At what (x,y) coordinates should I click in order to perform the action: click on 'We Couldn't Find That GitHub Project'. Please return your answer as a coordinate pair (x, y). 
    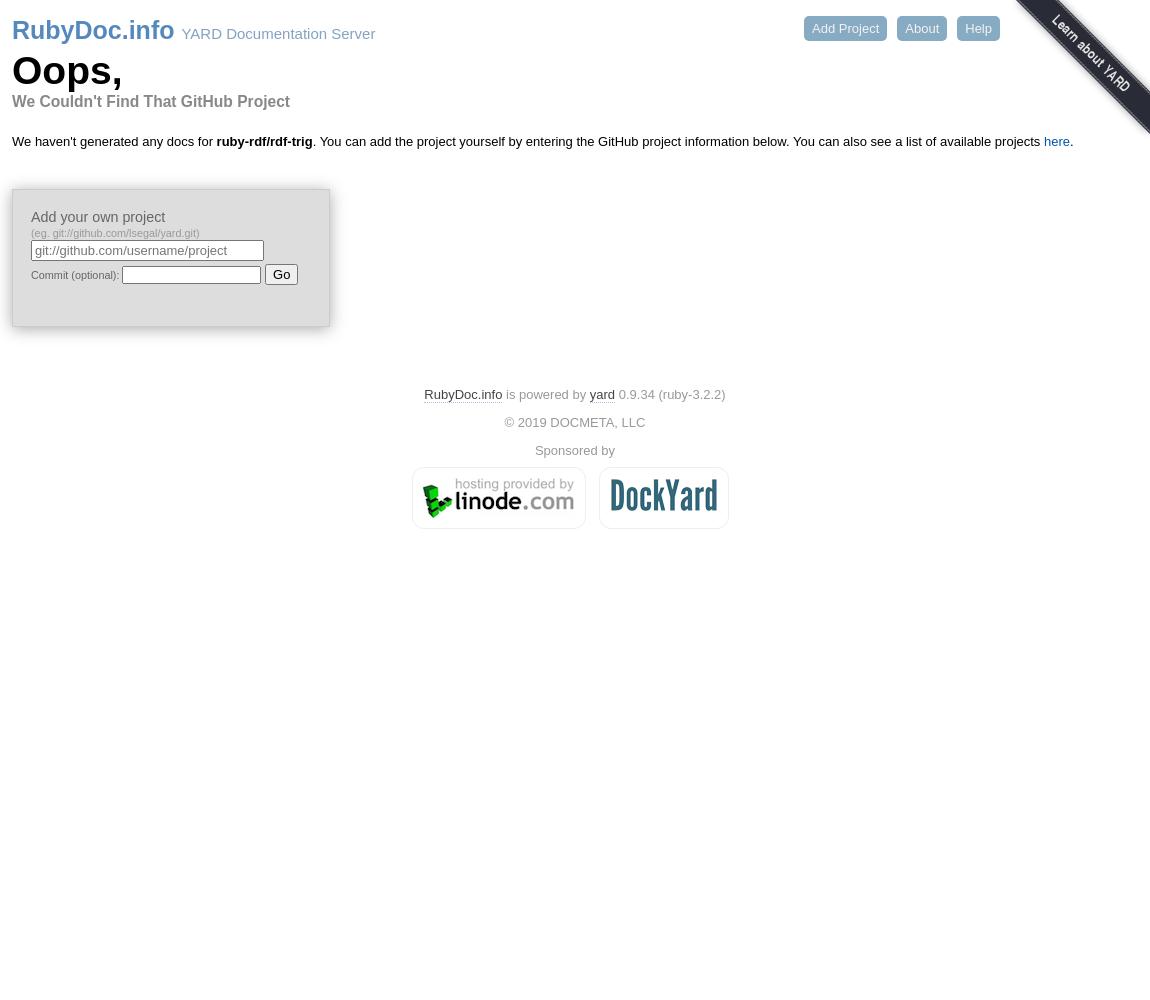
    Looking at the image, I should click on (10, 100).